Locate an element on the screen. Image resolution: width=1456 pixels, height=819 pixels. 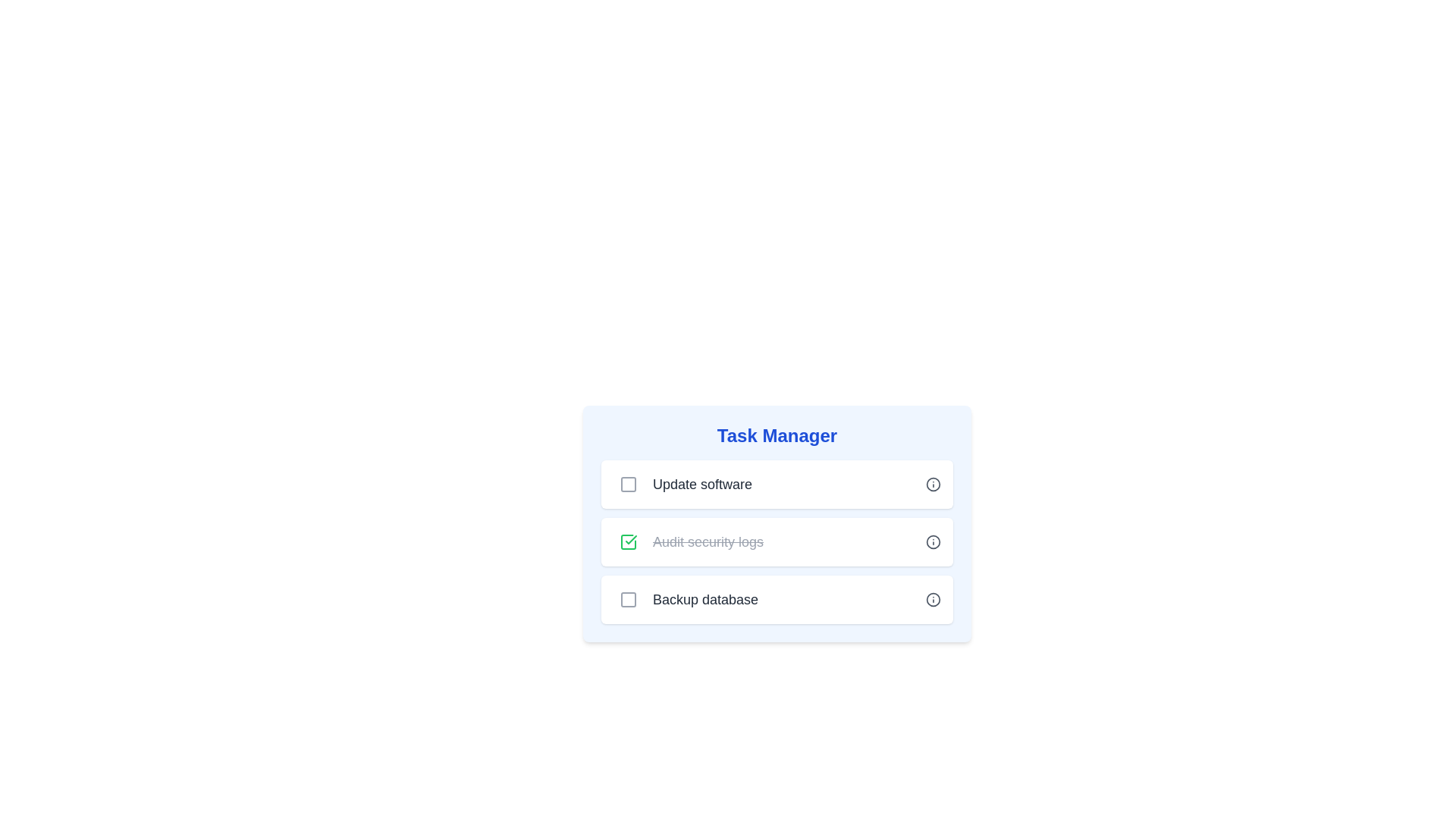
the Square indicator located at the far left of the 'Backup database' task row is located at coordinates (629, 598).